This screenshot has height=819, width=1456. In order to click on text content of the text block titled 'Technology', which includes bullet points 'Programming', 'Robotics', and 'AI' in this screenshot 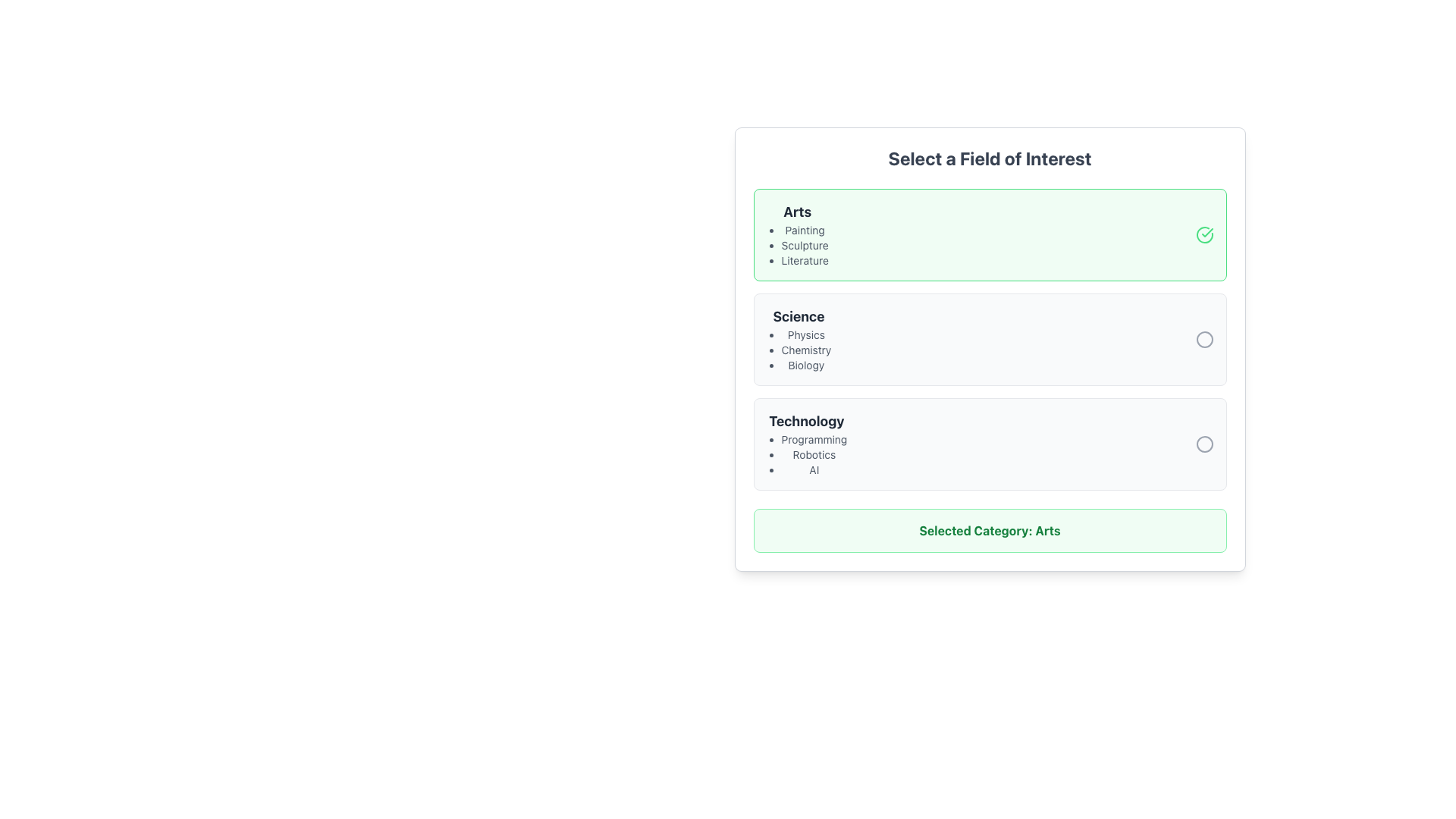, I will do `click(805, 444)`.